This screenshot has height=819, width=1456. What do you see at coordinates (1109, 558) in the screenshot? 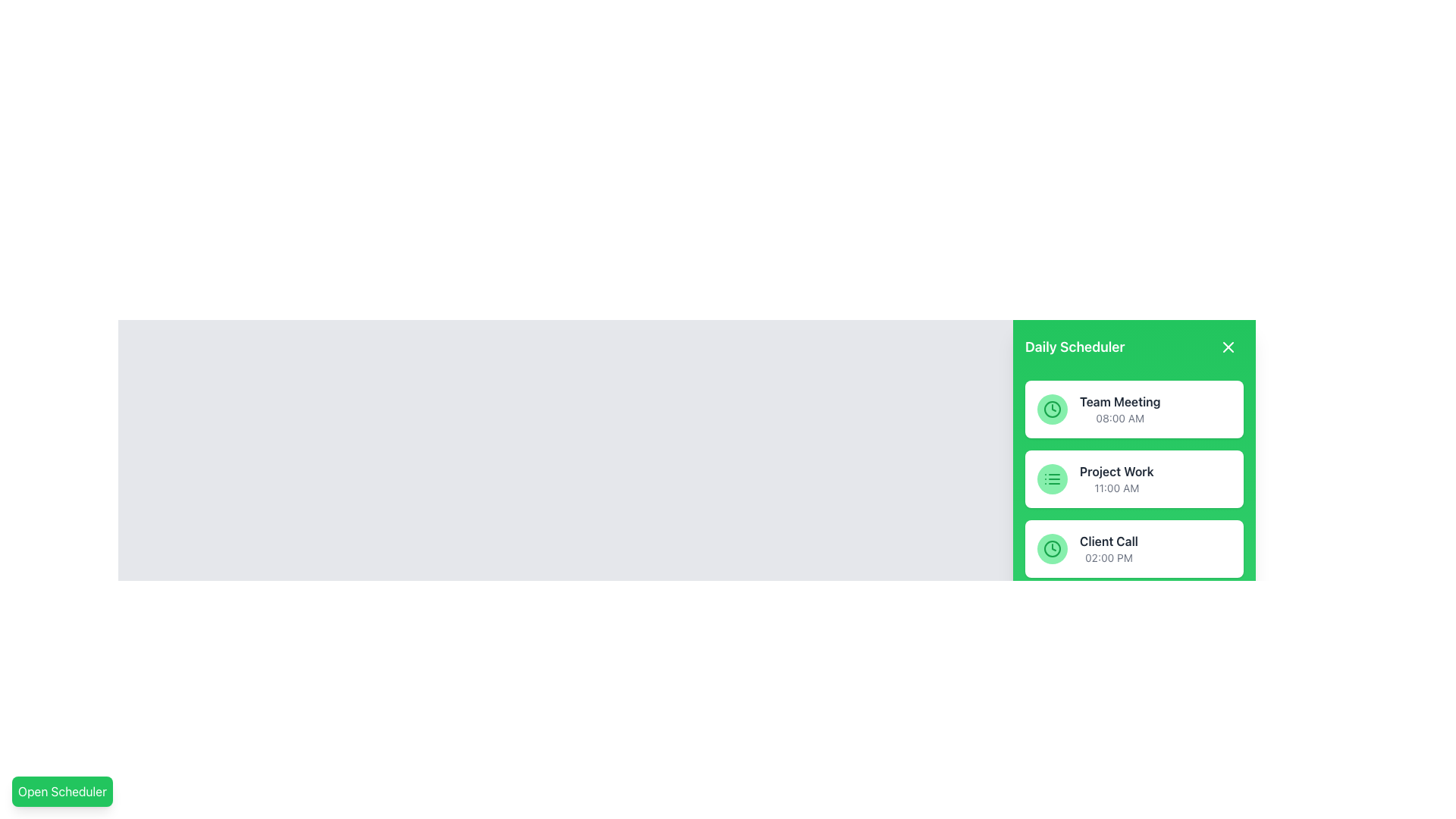
I see `the text label displaying the scheduled time for the 'Client Call' event located within the list of scheduled events on the right-hand side of the interface` at bounding box center [1109, 558].